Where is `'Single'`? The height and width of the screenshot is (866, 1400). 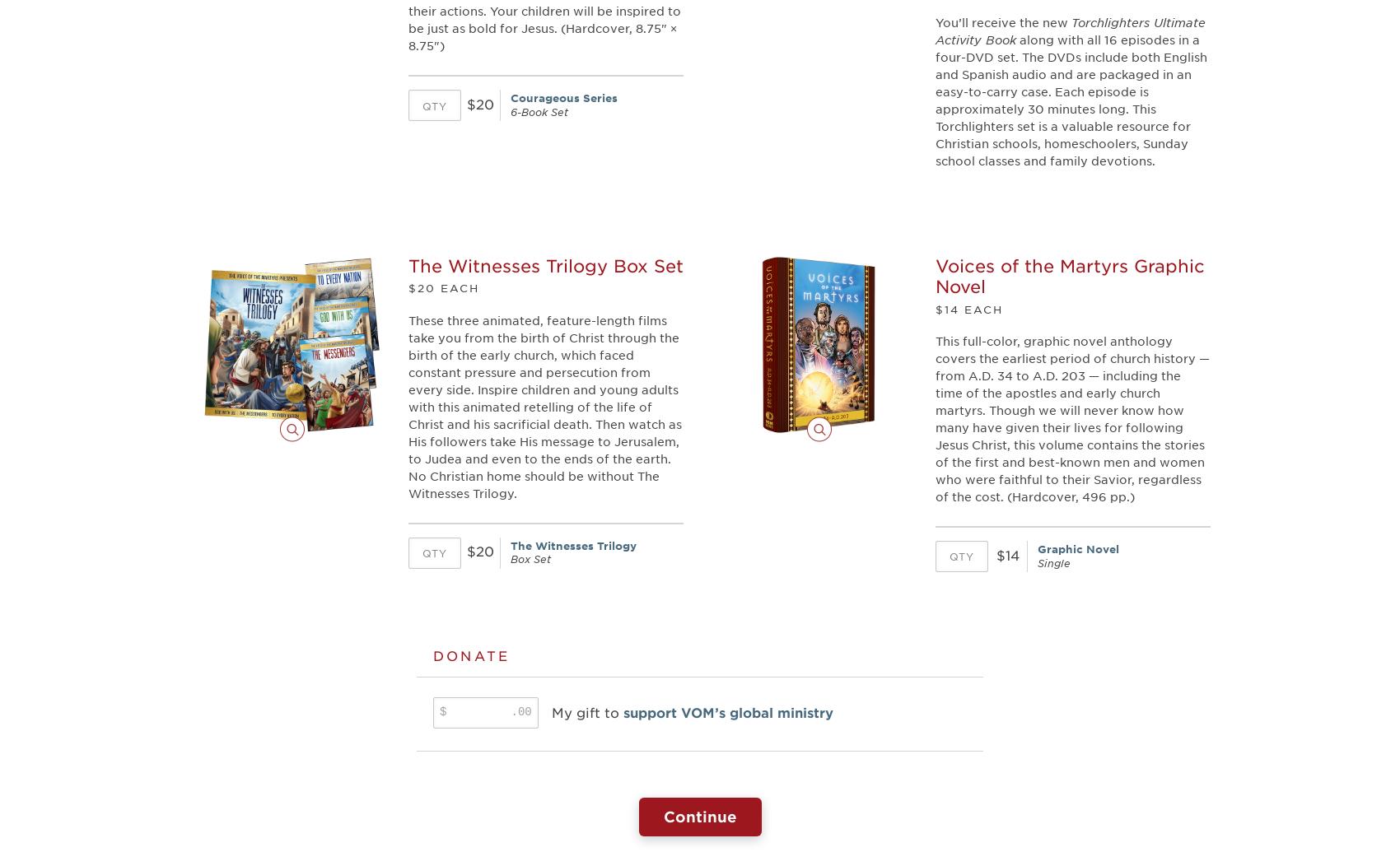
'Single' is located at coordinates (1037, 561).